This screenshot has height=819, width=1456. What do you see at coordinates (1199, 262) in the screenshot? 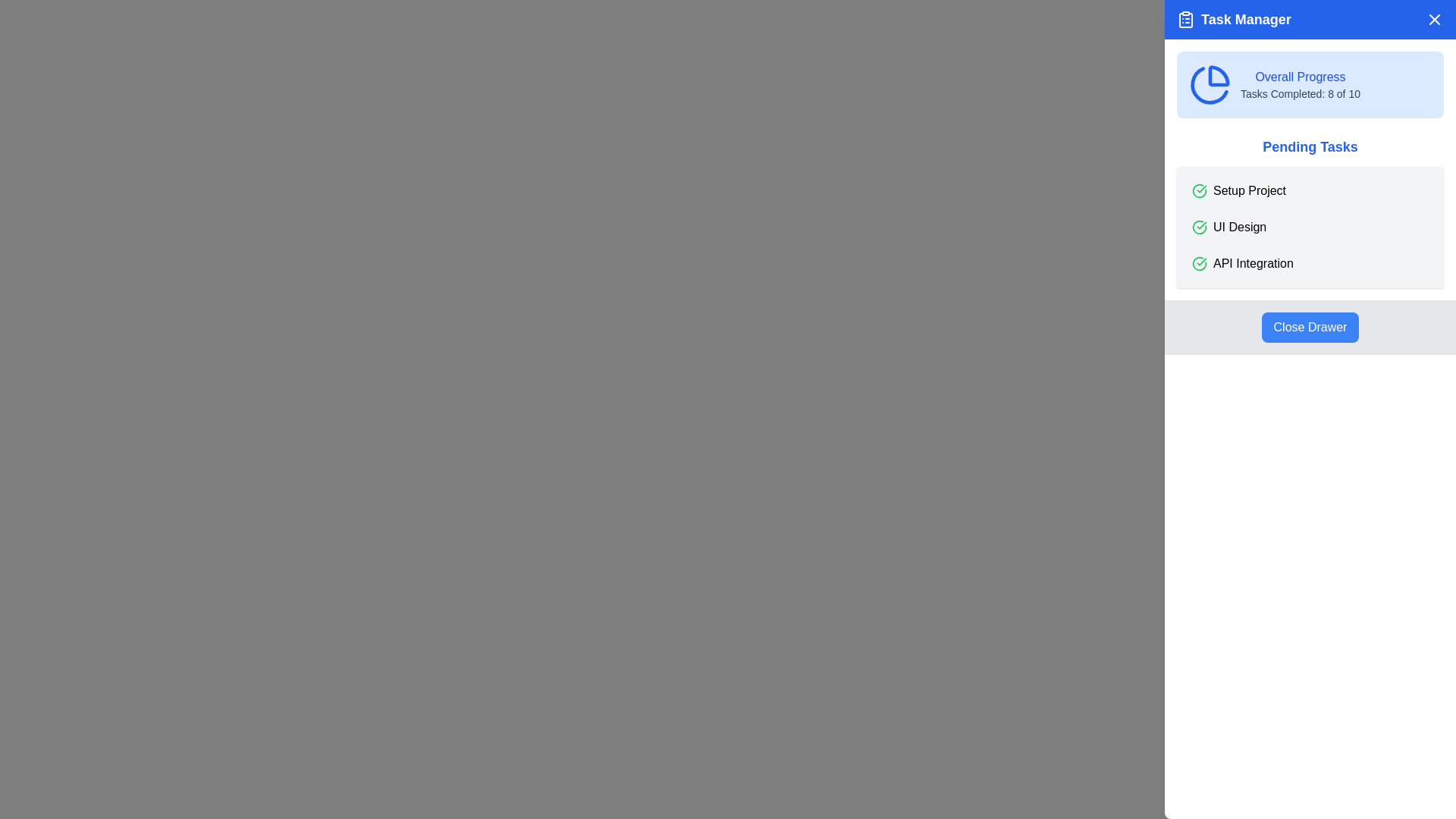
I see `the API Integration completion icon located in the left section of the Pending Tasks list, which indicates that the task is completed` at bounding box center [1199, 262].